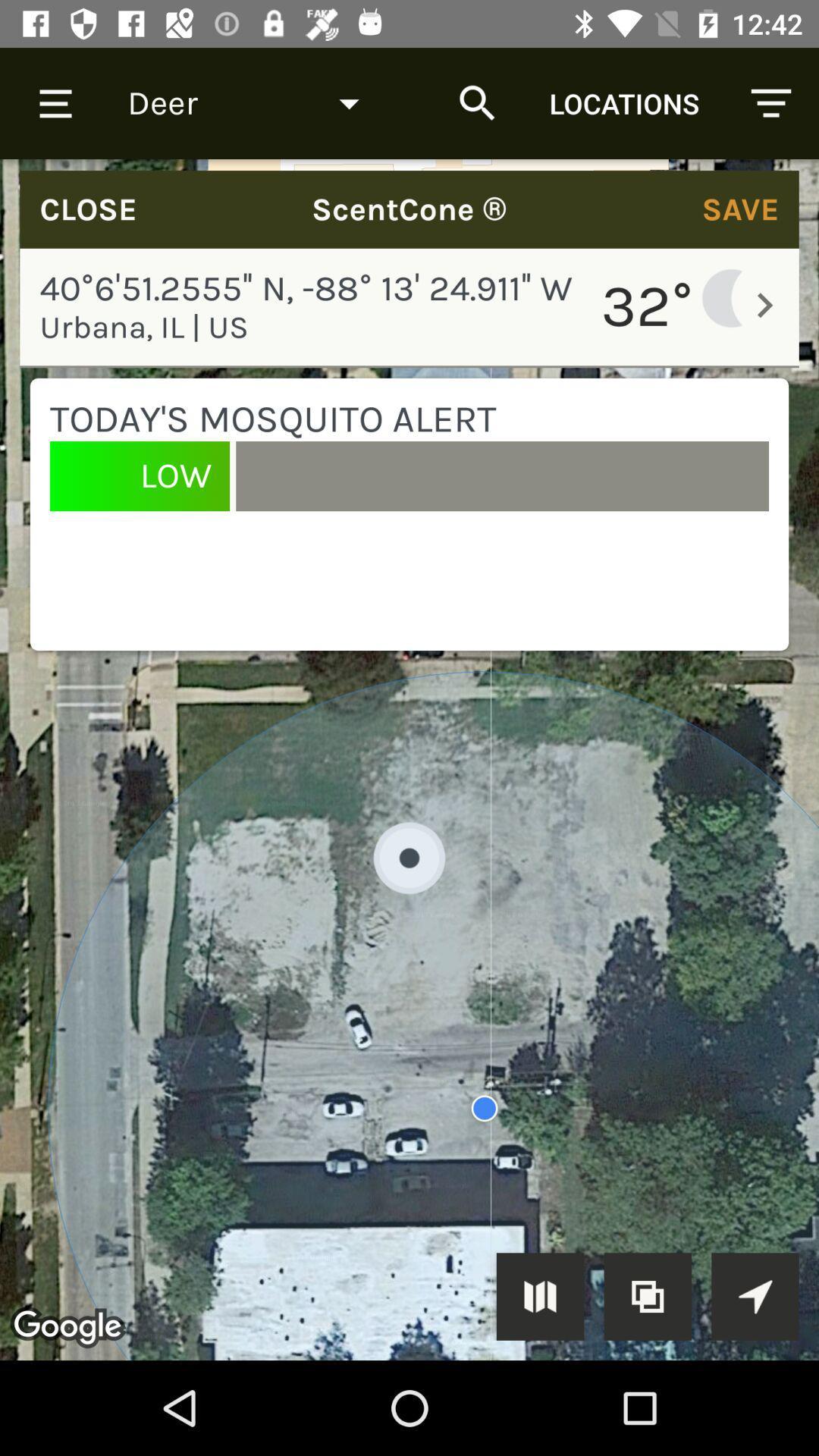 The image size is (819, 1456). What do you see at coordinates (755, 1295) in the screenshot?
I see `center map on your location` at bounding box center [755, 1295].